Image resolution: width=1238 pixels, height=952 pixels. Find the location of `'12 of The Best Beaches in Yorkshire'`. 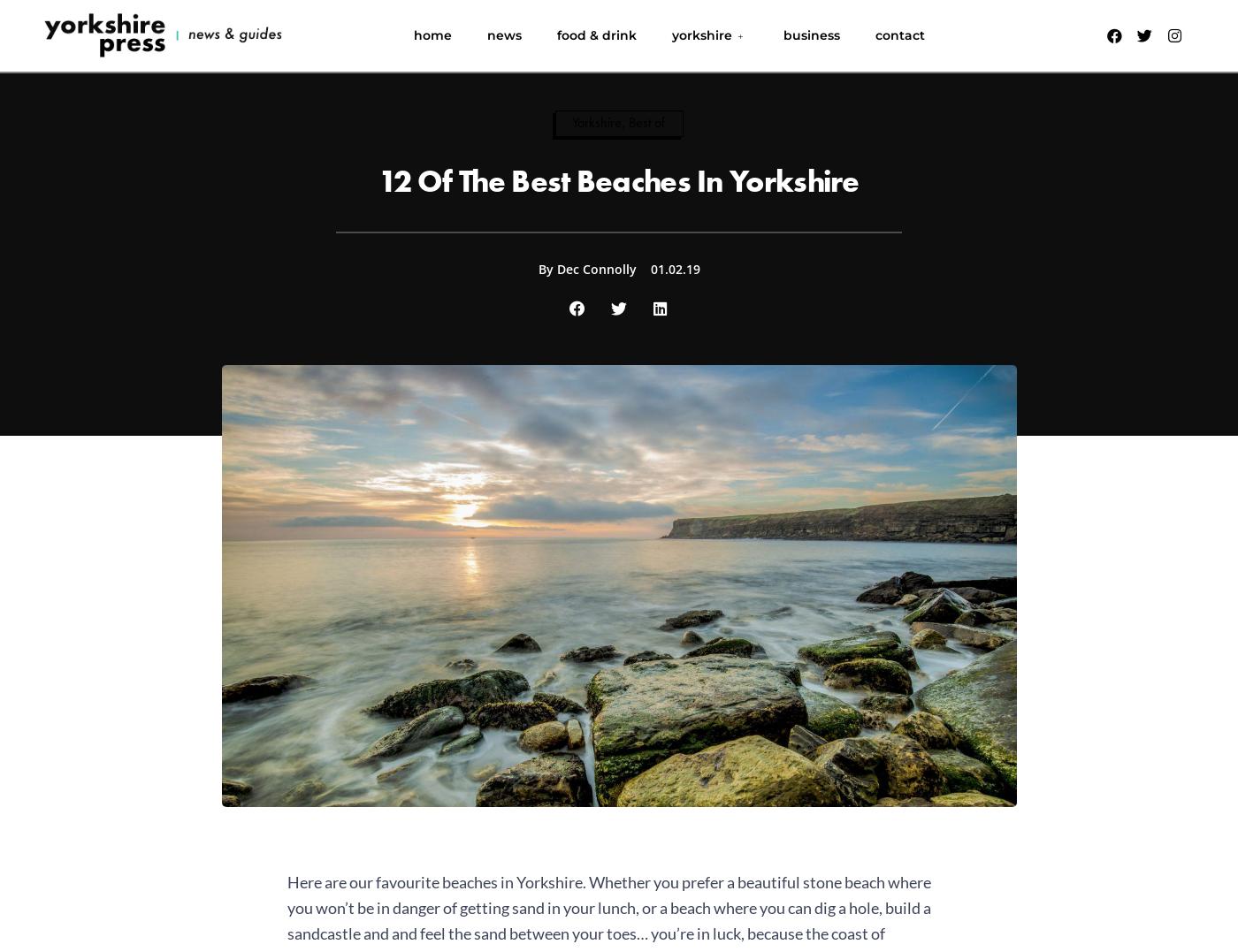

'12 of The Best Beaches in Yorkshire' is located at coordinates (378, 179).